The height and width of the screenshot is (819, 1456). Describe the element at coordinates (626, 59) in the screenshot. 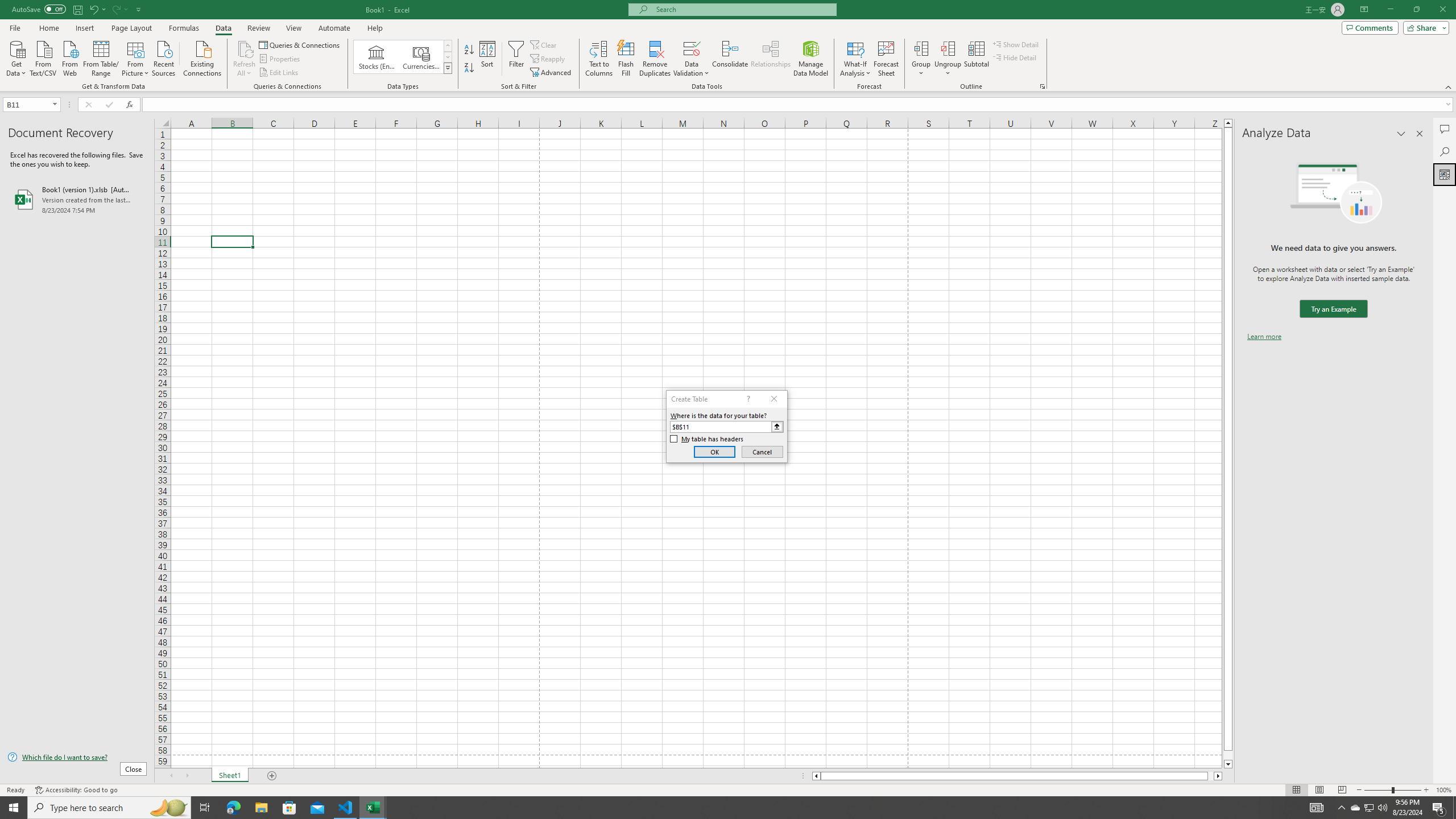

I see `'Flash Fill'` at that location.